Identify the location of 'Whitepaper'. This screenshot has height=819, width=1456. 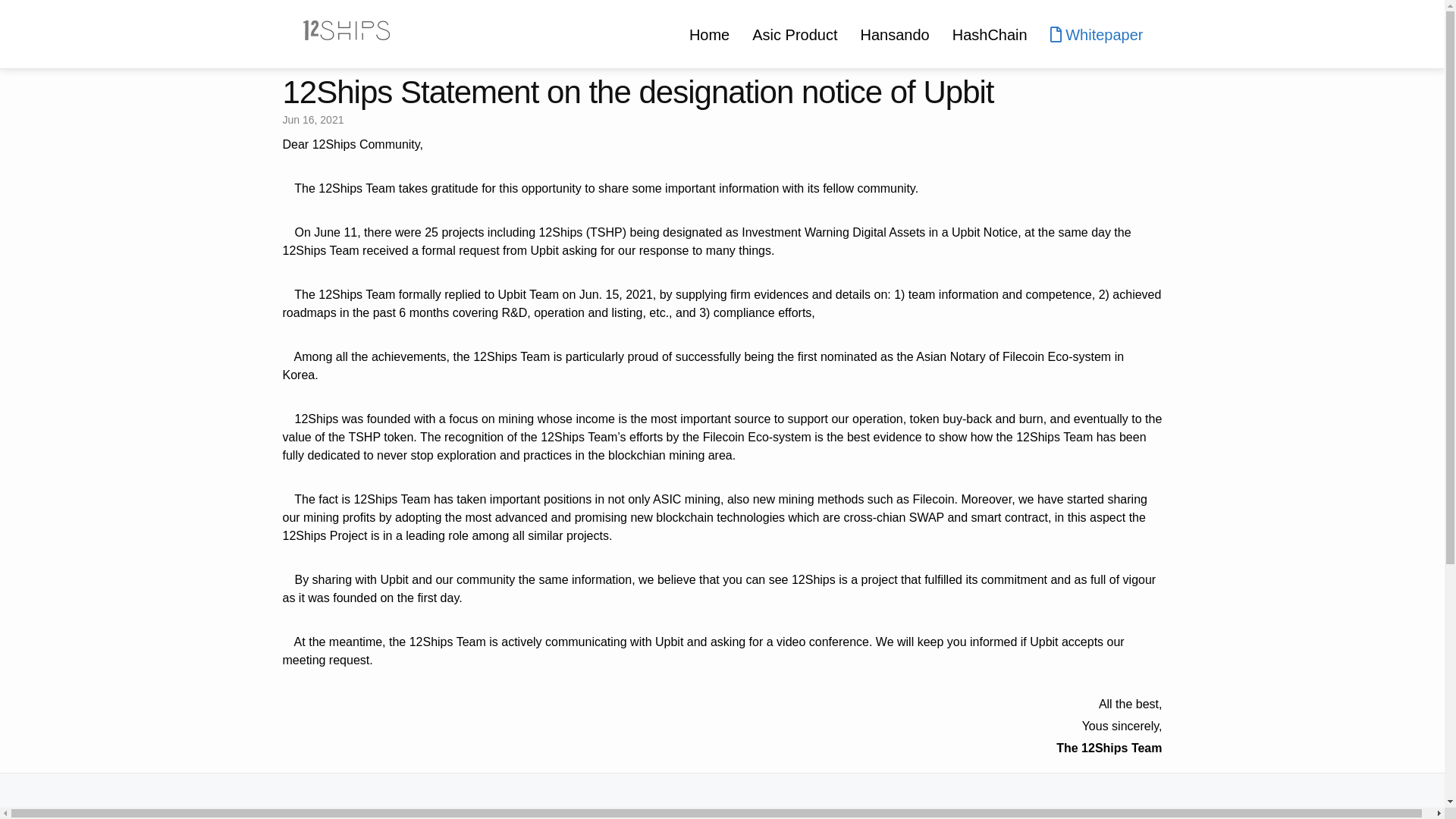
(1037, 34).